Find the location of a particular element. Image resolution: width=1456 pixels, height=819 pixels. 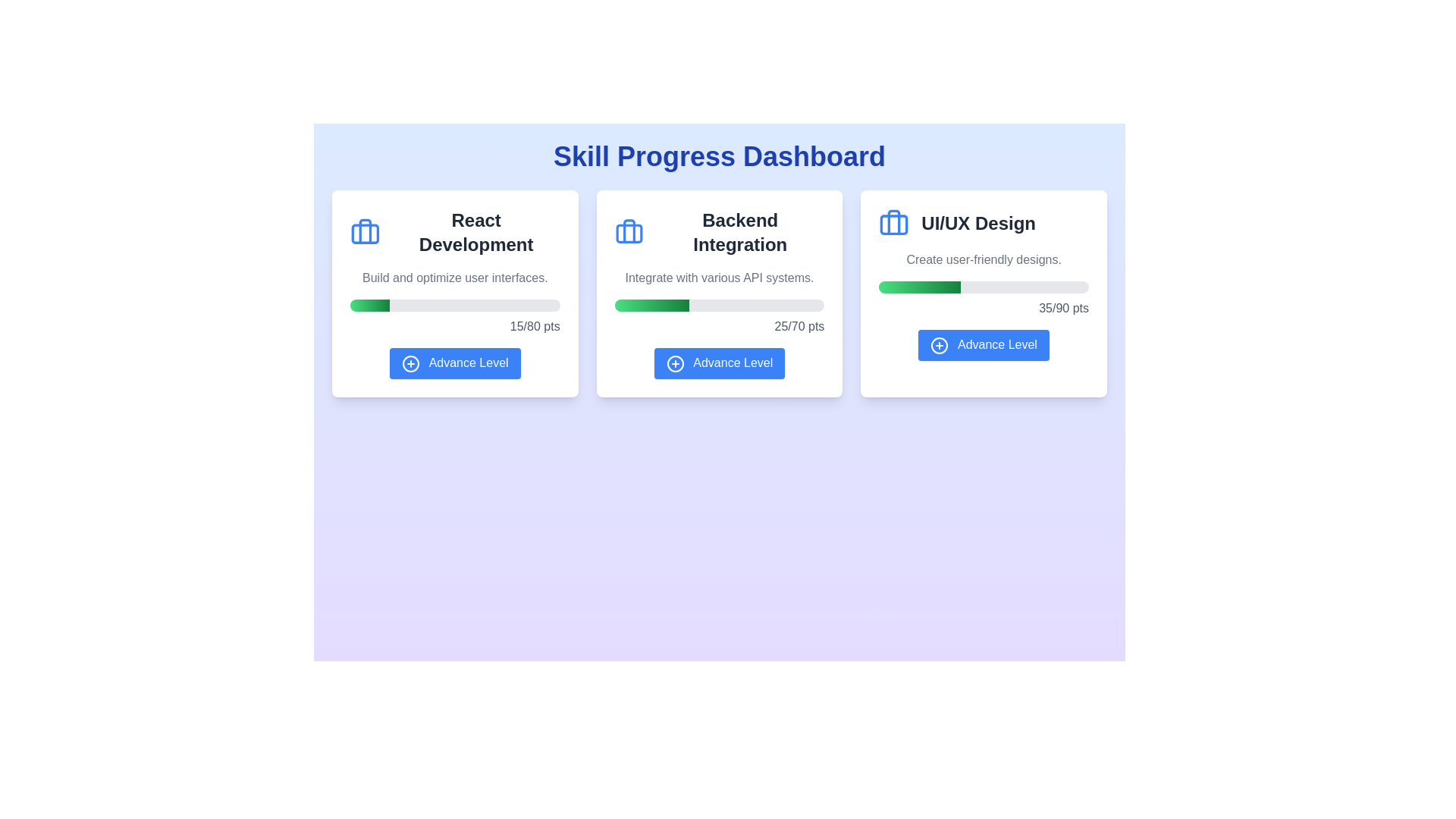

the Heading Text element located in the leftmost card of the three-card layout, which is positioned next to a briefcase icon is located at coordinates (475, 233).